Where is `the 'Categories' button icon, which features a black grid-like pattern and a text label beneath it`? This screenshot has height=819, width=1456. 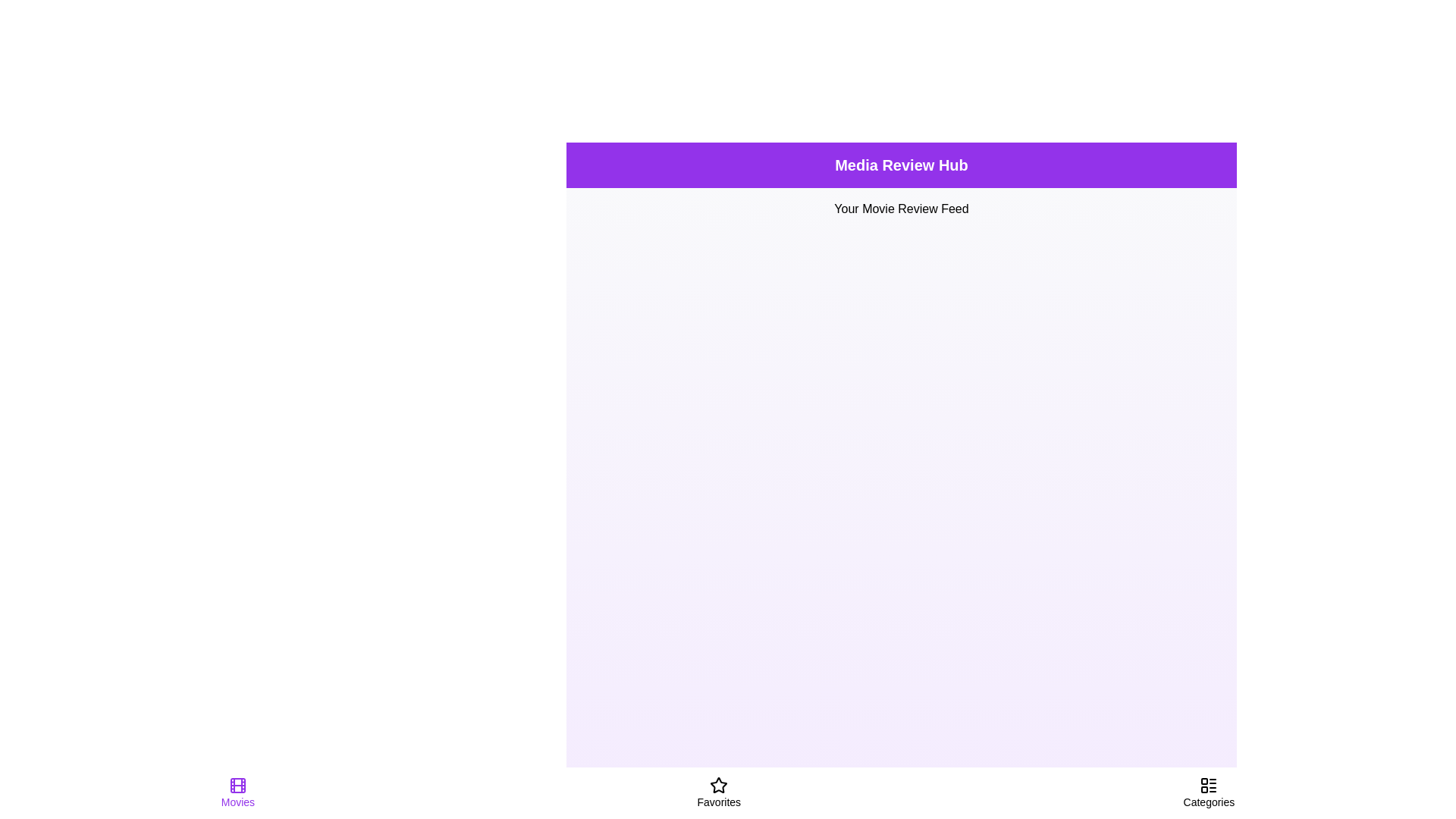
the 'Categories' button icon, which features a black grid-like pattern and a text label beneath it is located at coordinates (1208, 792).